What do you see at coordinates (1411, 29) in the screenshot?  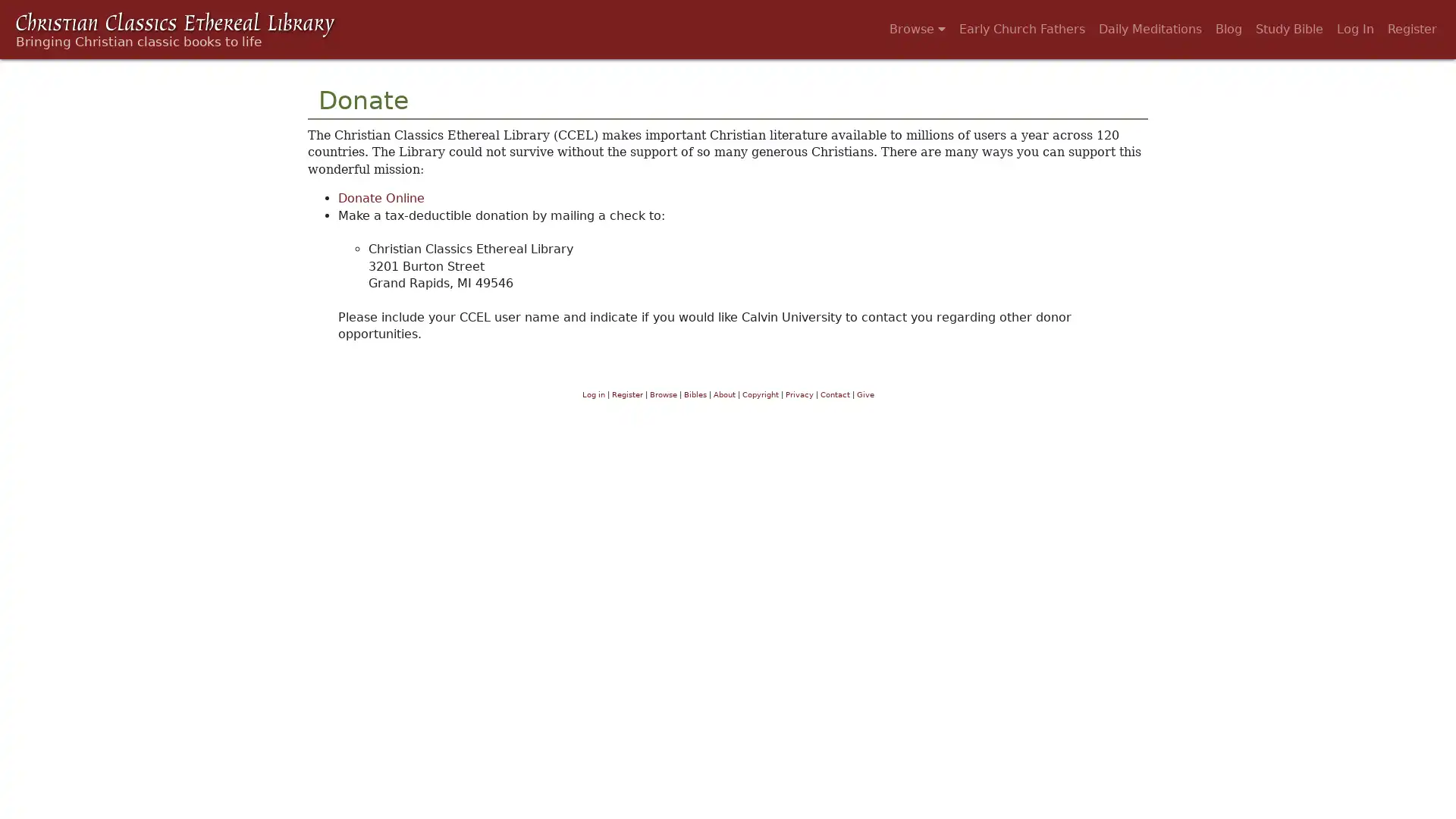 I see `Register` at bounding box center [1411, 29].